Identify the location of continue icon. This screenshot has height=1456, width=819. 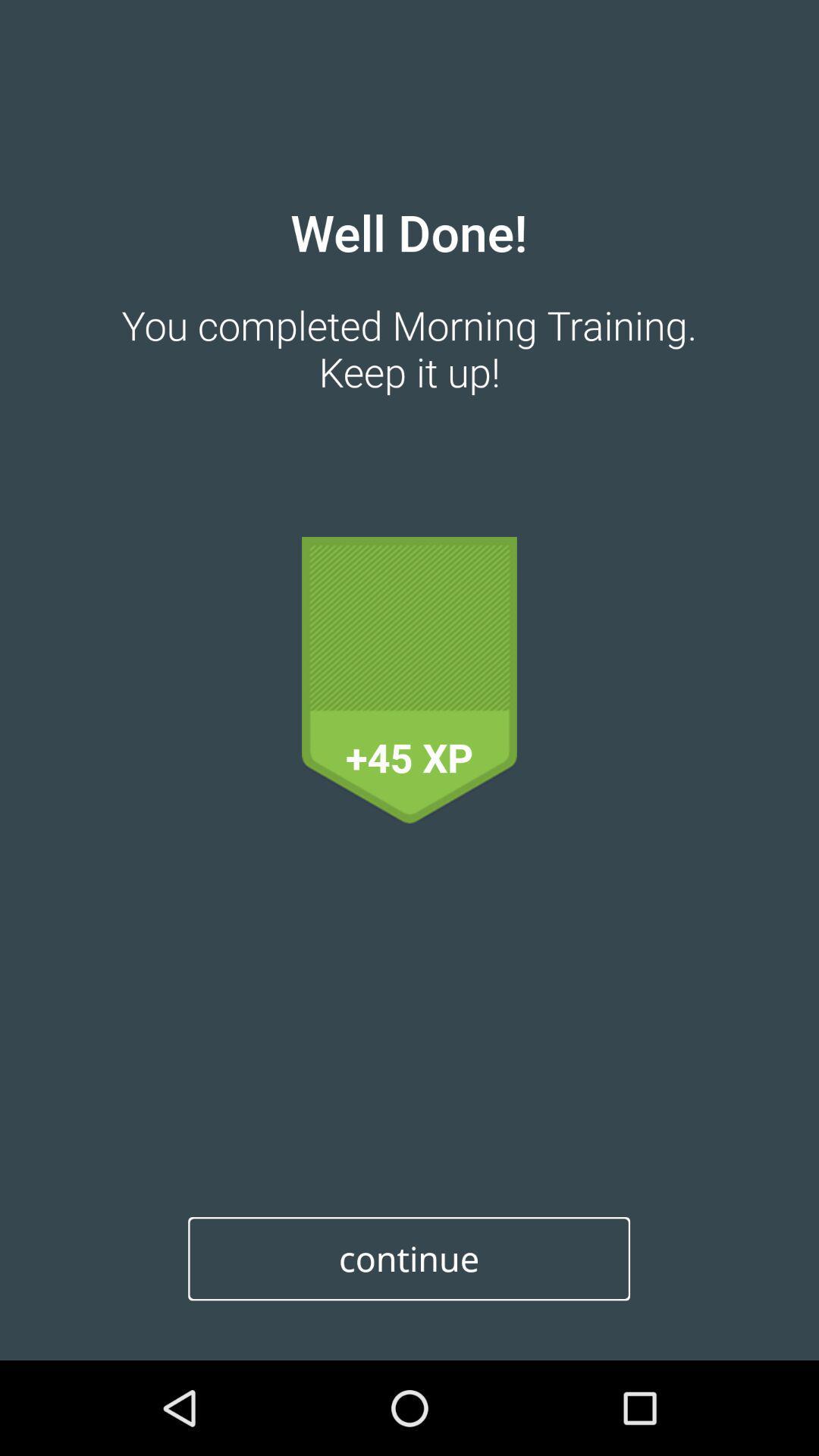
(408, 1259).